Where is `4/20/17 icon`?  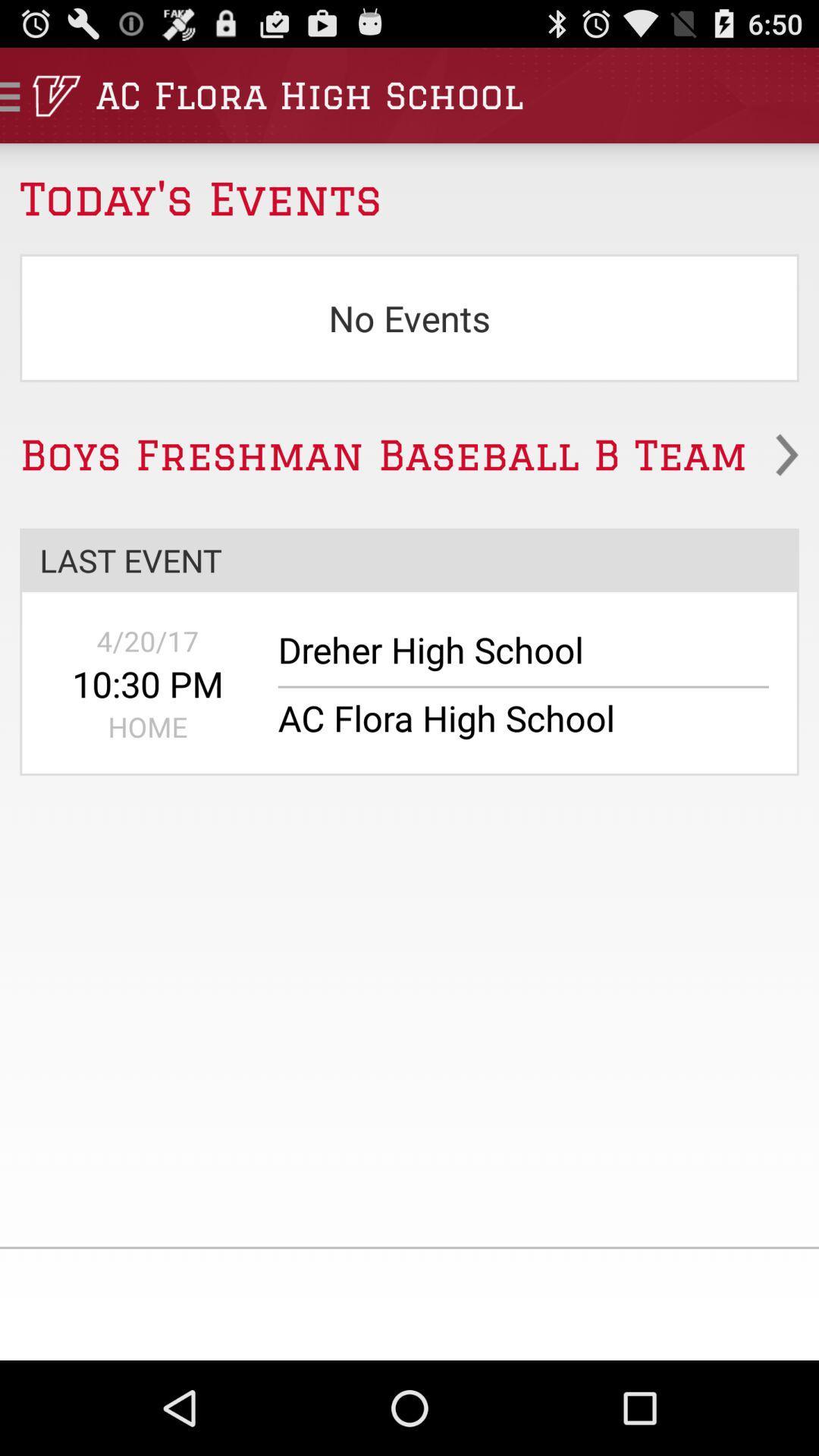 4/20/17 icon is located at coordinates (148, 641).